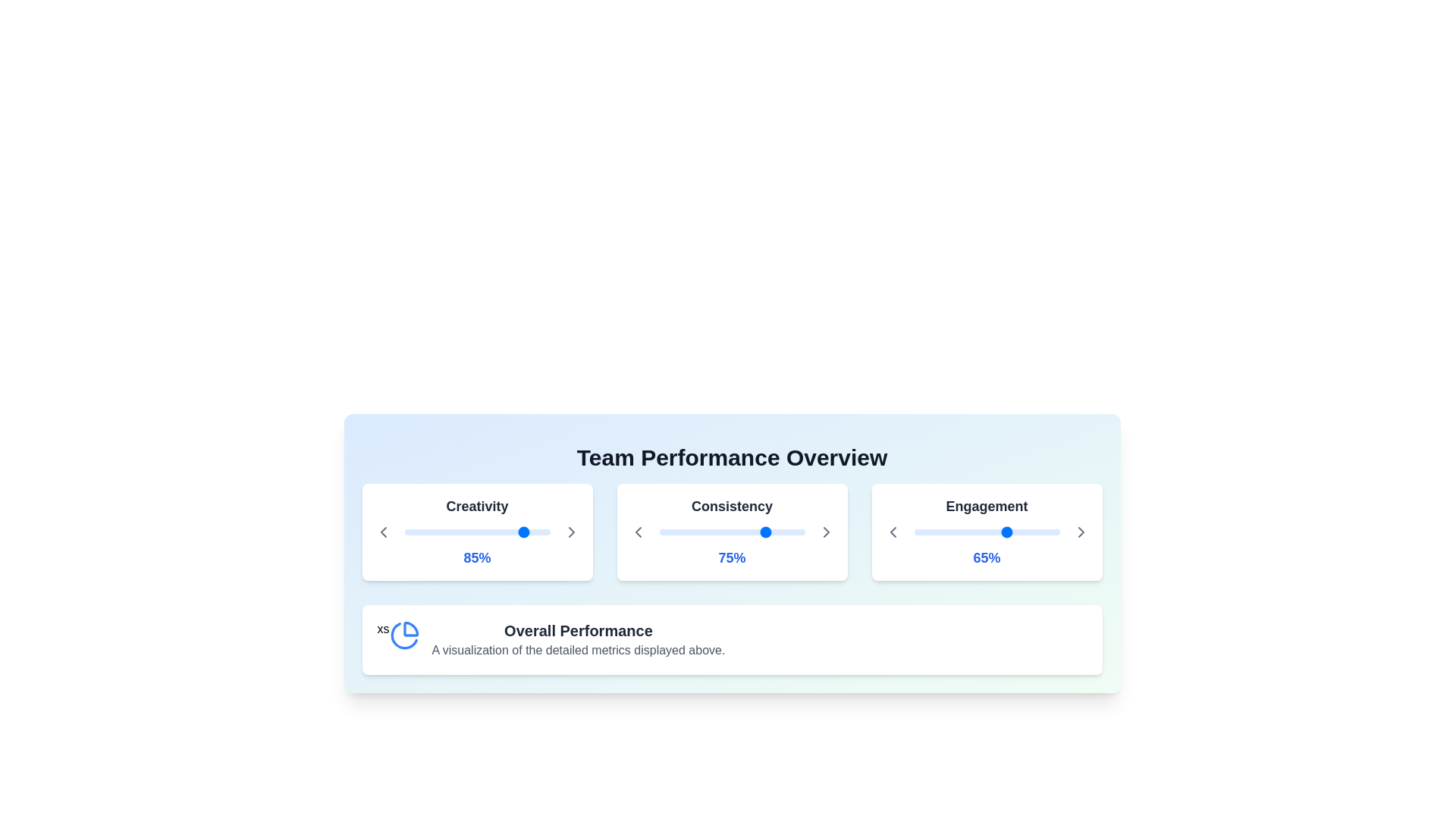 This screenshot has height=819, width=1456. What do you see at coordinates (919, 532) in the screenshot?
I see `the engagement value` at bounding box center [919, 532].